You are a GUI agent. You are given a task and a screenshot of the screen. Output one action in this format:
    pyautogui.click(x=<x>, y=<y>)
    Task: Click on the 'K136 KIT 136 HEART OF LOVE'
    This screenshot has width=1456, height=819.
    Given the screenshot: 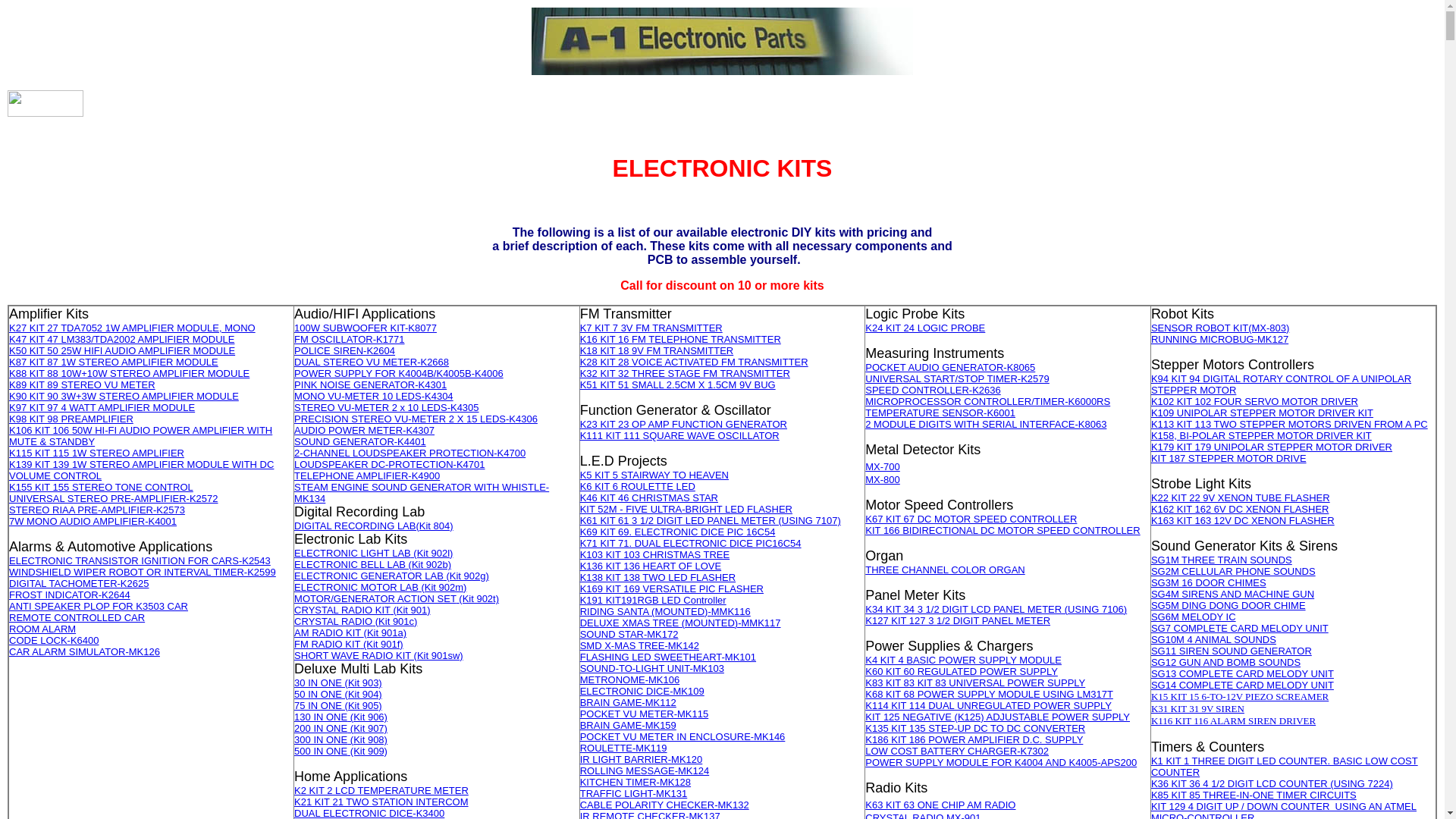 What is the action you would take?
    pyautogui.click(x=651, y=566)
    